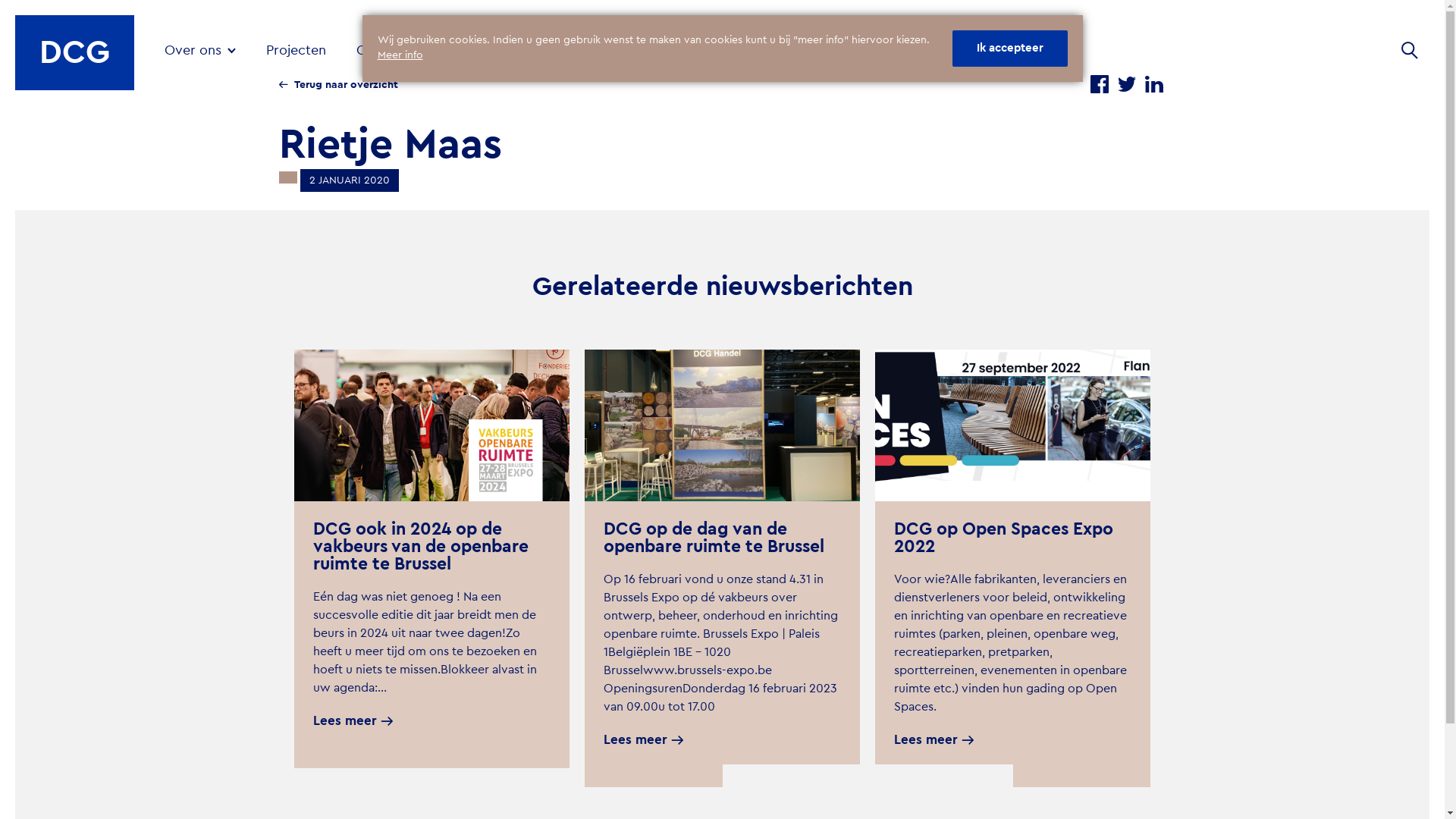 This screenshot has width=1456, height=819. Describe the element at coordinates (296, 49) in the screenshot. I see `'Projecten'` at that location.